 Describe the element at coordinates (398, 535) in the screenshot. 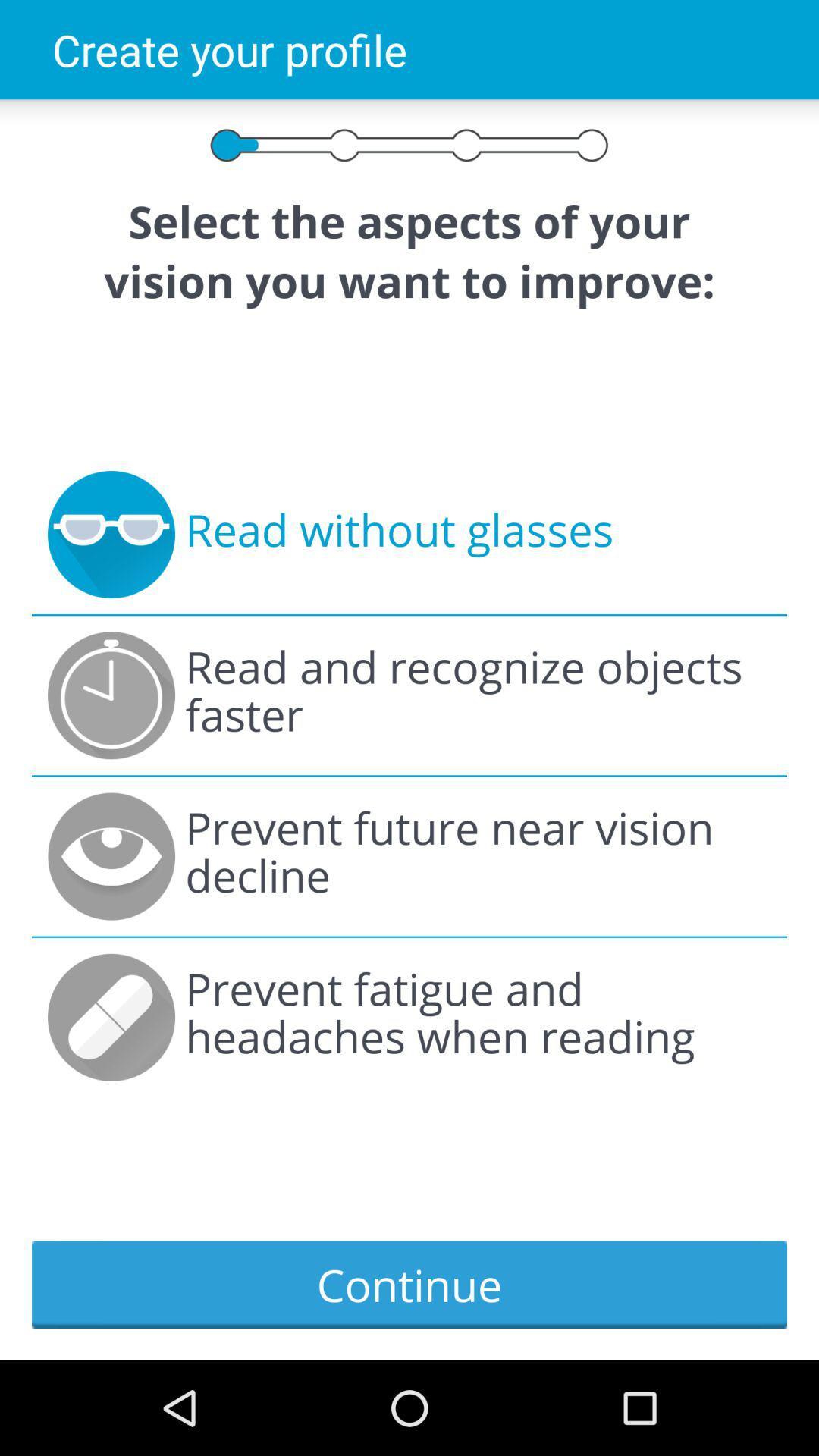

I see `read without glasses` at that location.